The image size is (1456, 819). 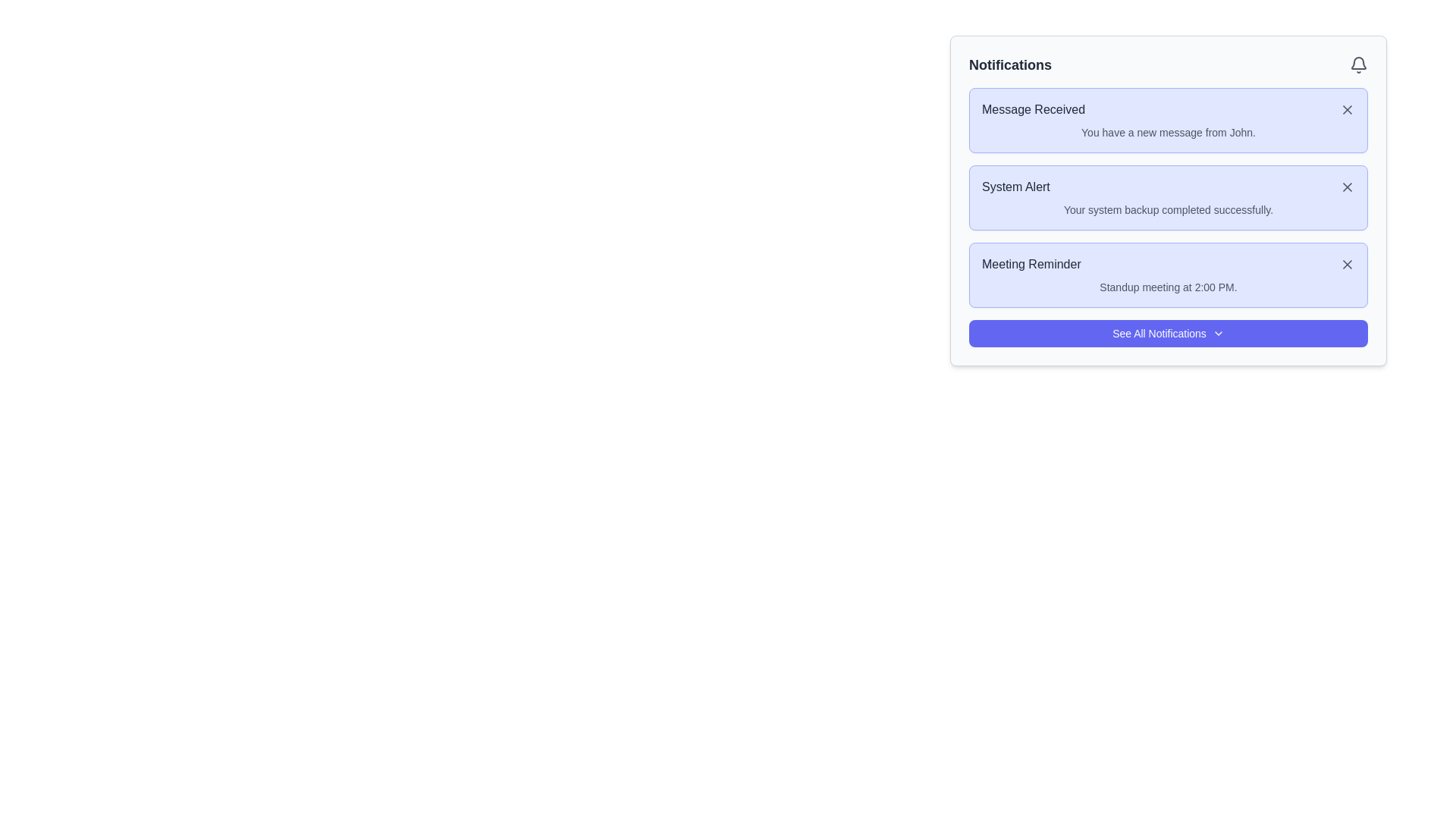 I want to click on the close button icon, which is a small gray slanted cross located at the top-right corner of the 'System Alert' notification in the notifications panel, so click(x=1347, y=186).